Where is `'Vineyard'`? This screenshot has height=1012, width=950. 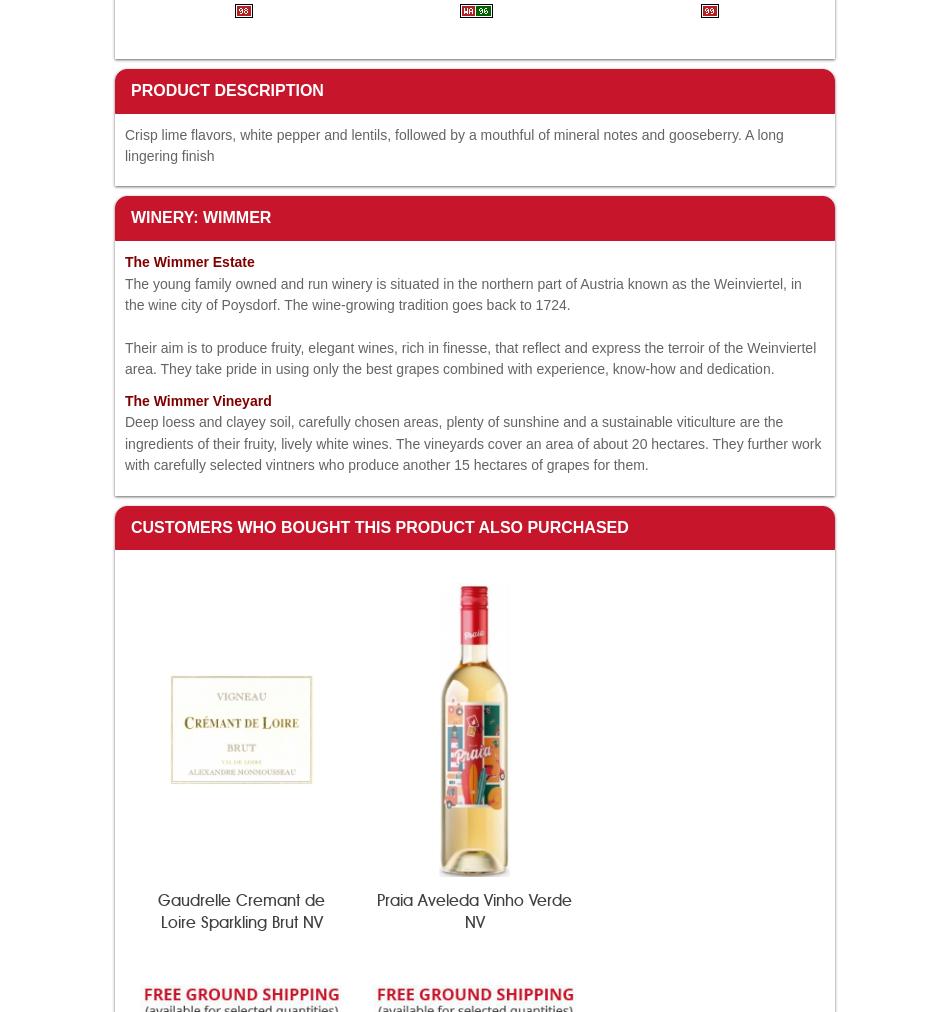
'Vineyard' is located at coordinates (240, 400).